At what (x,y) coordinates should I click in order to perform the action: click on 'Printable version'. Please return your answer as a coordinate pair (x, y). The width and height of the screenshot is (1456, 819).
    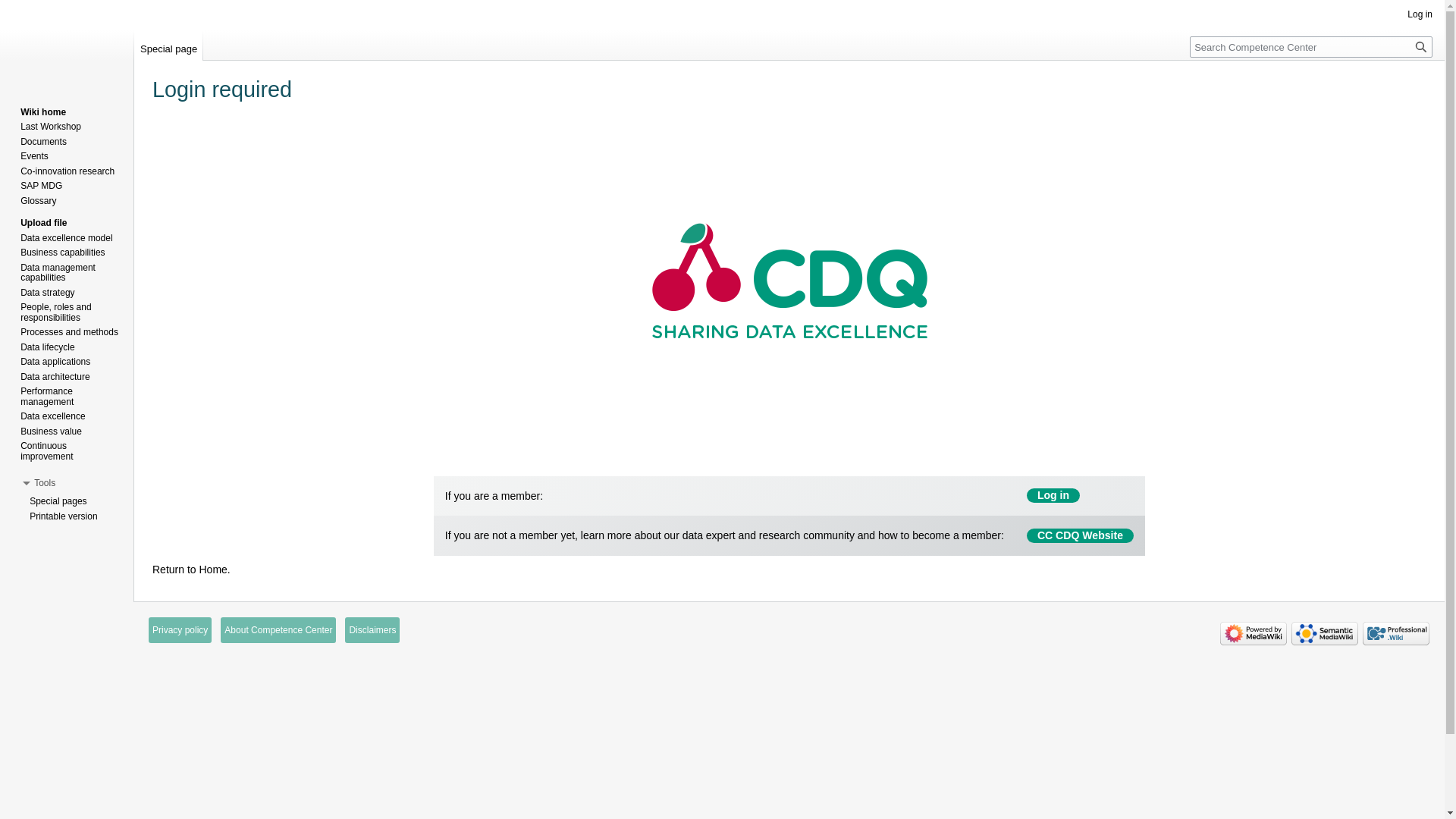
    Looking at the image, I should click on (29, 516).